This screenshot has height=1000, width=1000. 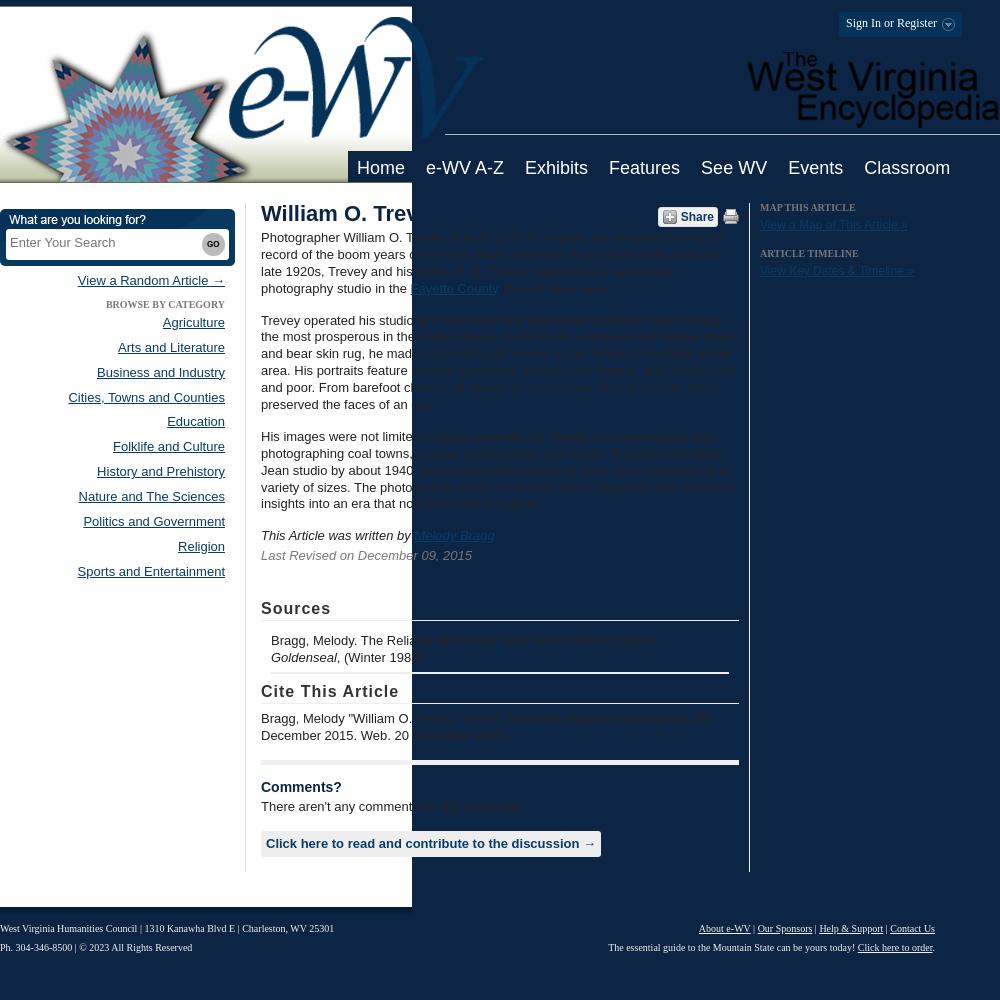 What do you see at coordinates (271, 640) in the screenshot?
I see `'Bragg, Melody.
  The Reliable Bill Trevey: Glen Jean's Photographer.'` at bounding box center [271, 640].